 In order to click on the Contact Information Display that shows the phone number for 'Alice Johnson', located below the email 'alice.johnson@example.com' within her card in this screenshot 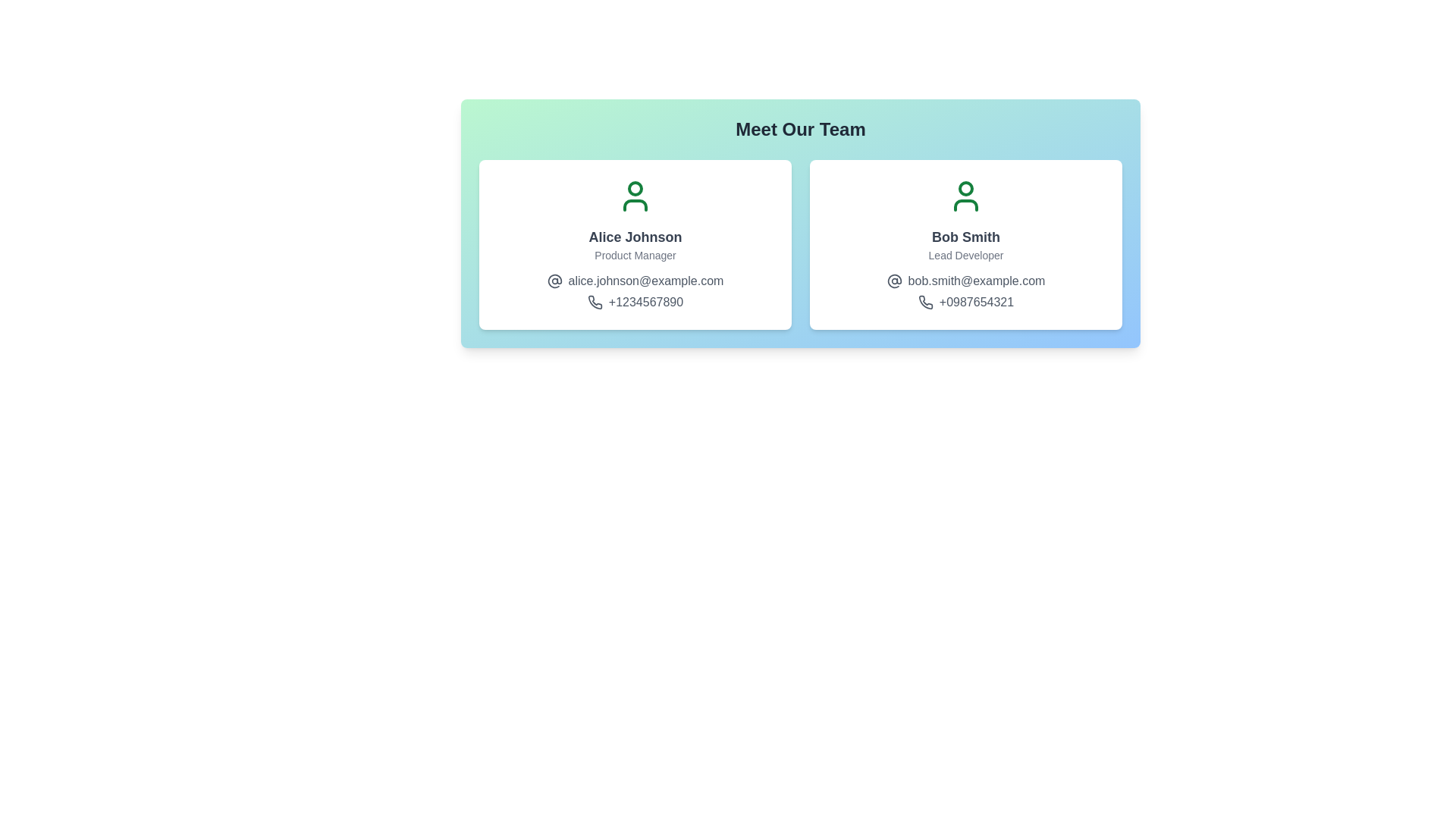, I will do `click(635, 302)`.